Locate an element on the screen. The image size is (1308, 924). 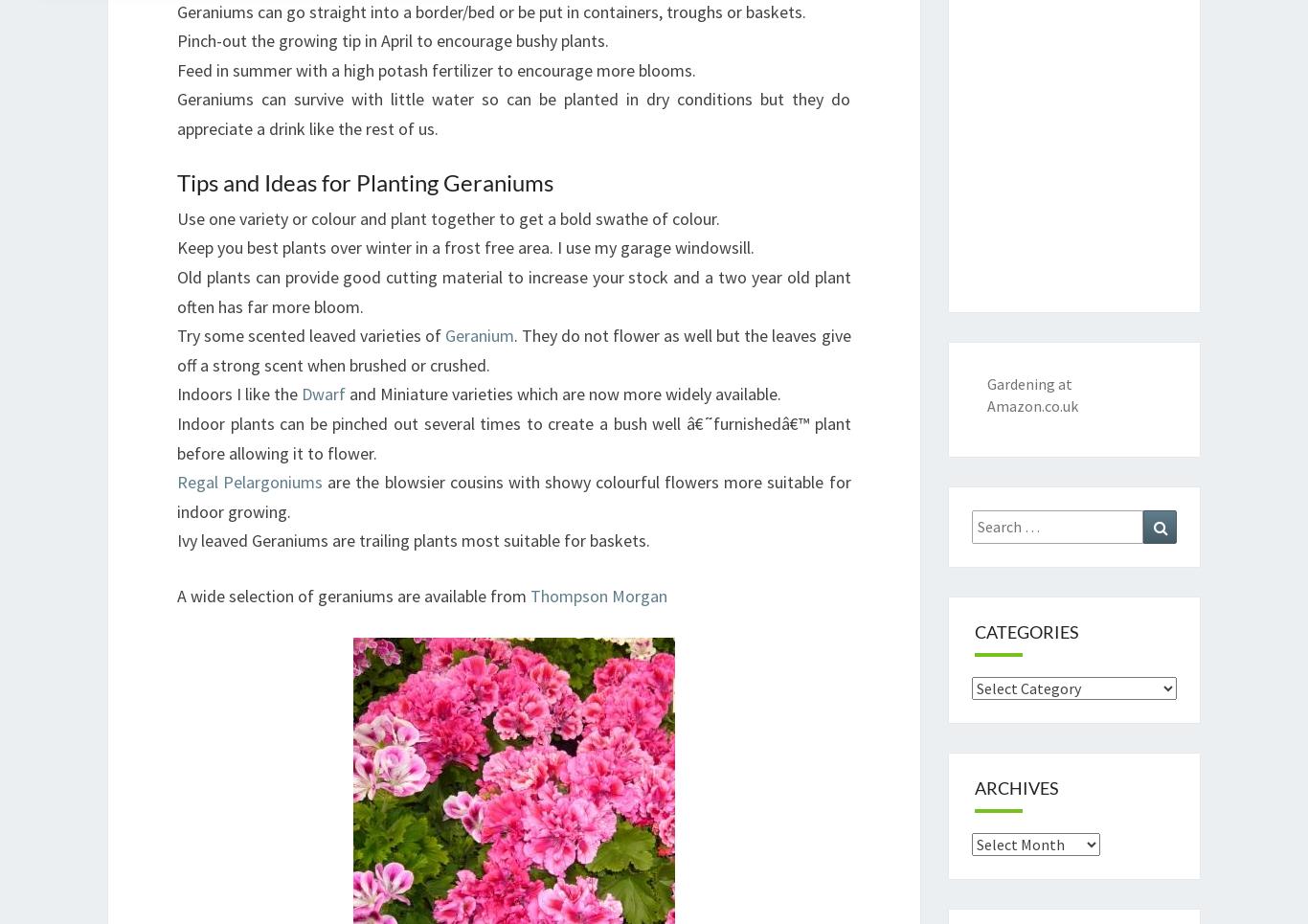
'Pinch-out the growing tip in April to encourage bushy plants.' is located at coordinates (392, 40).